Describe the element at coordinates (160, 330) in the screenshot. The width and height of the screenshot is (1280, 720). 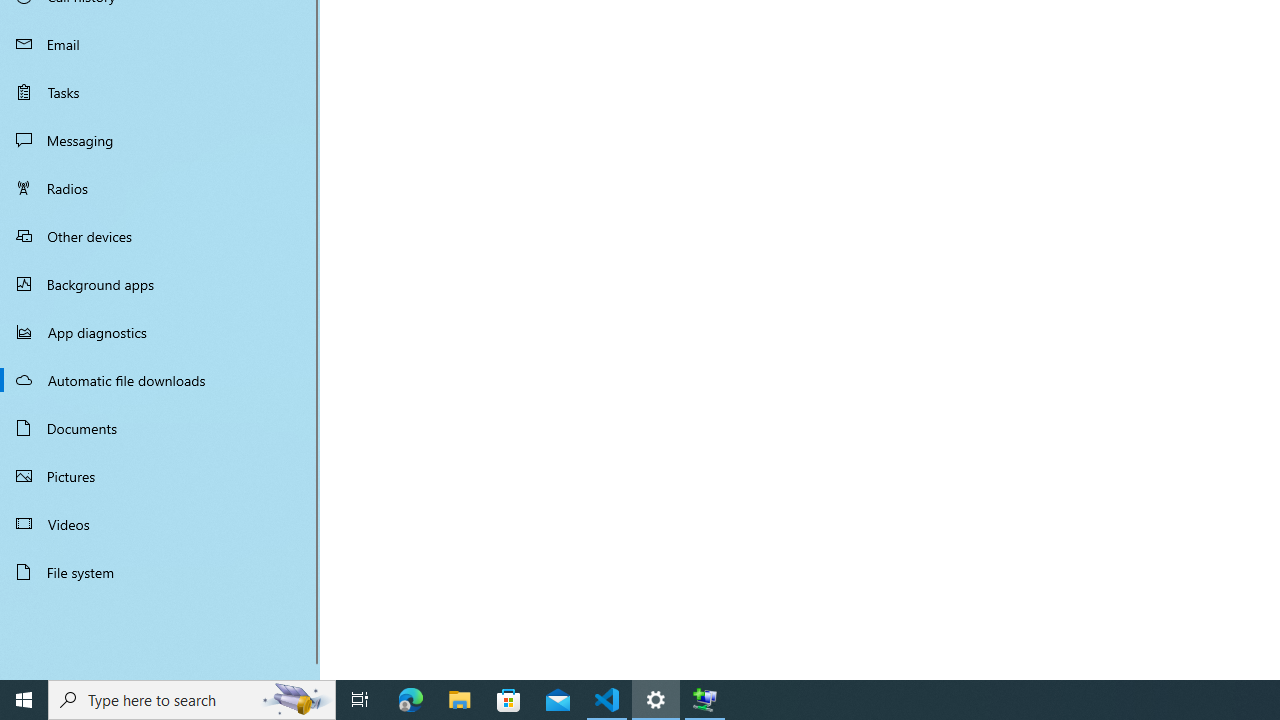
I see `'App diagnostics'` at that location.